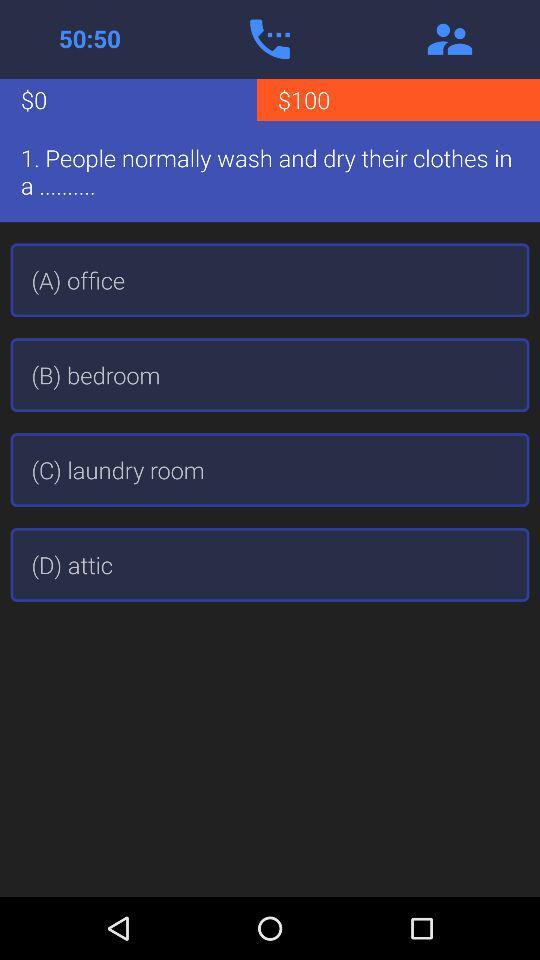 This screenshot has height=960, width=540. I want to click on app below (c) laundry room item, so click(270, 564).